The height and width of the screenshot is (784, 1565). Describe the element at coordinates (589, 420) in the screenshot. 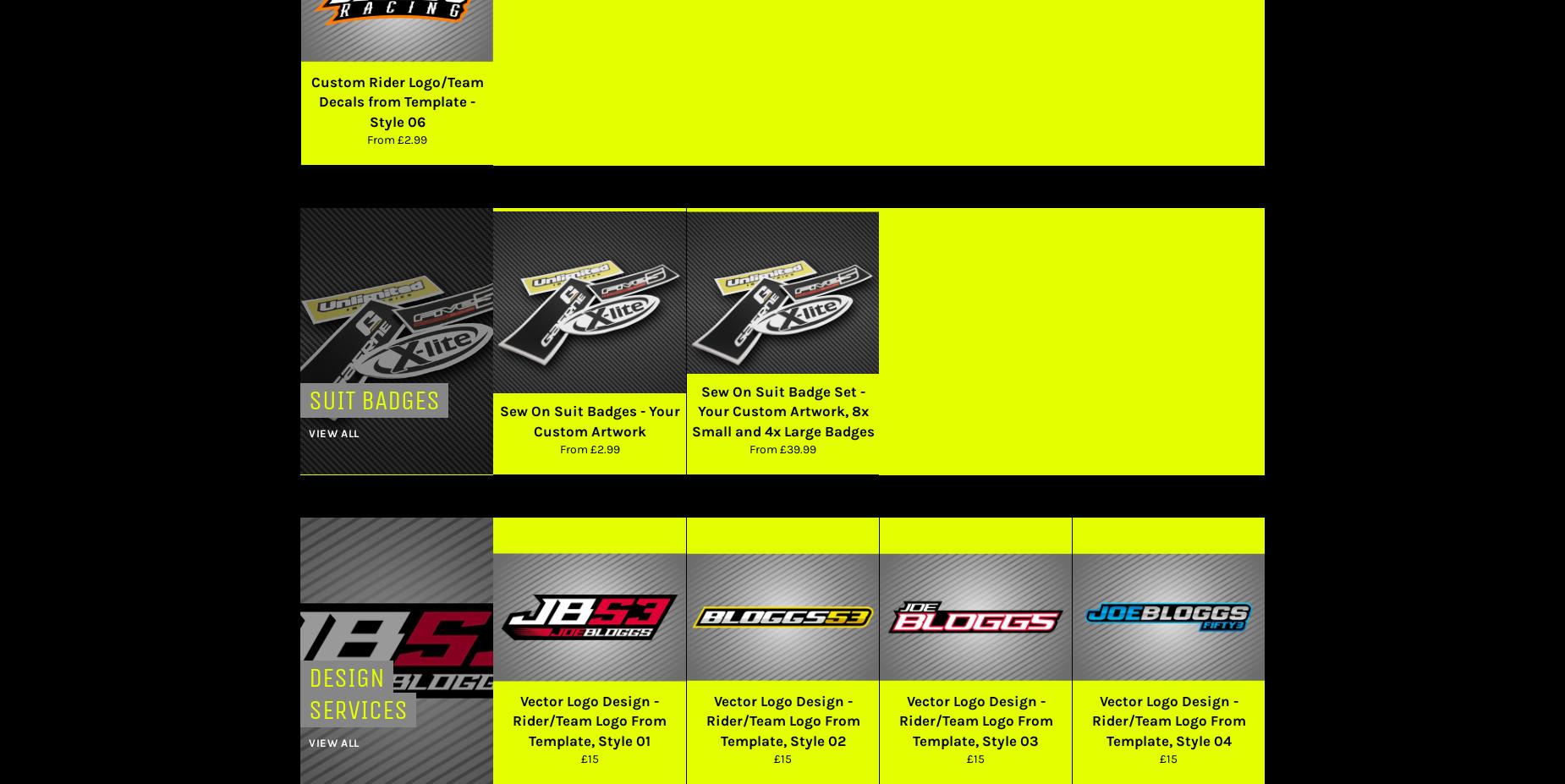

I see `'Sew On Suit Badges - Your Custom Artwork'` at that location.